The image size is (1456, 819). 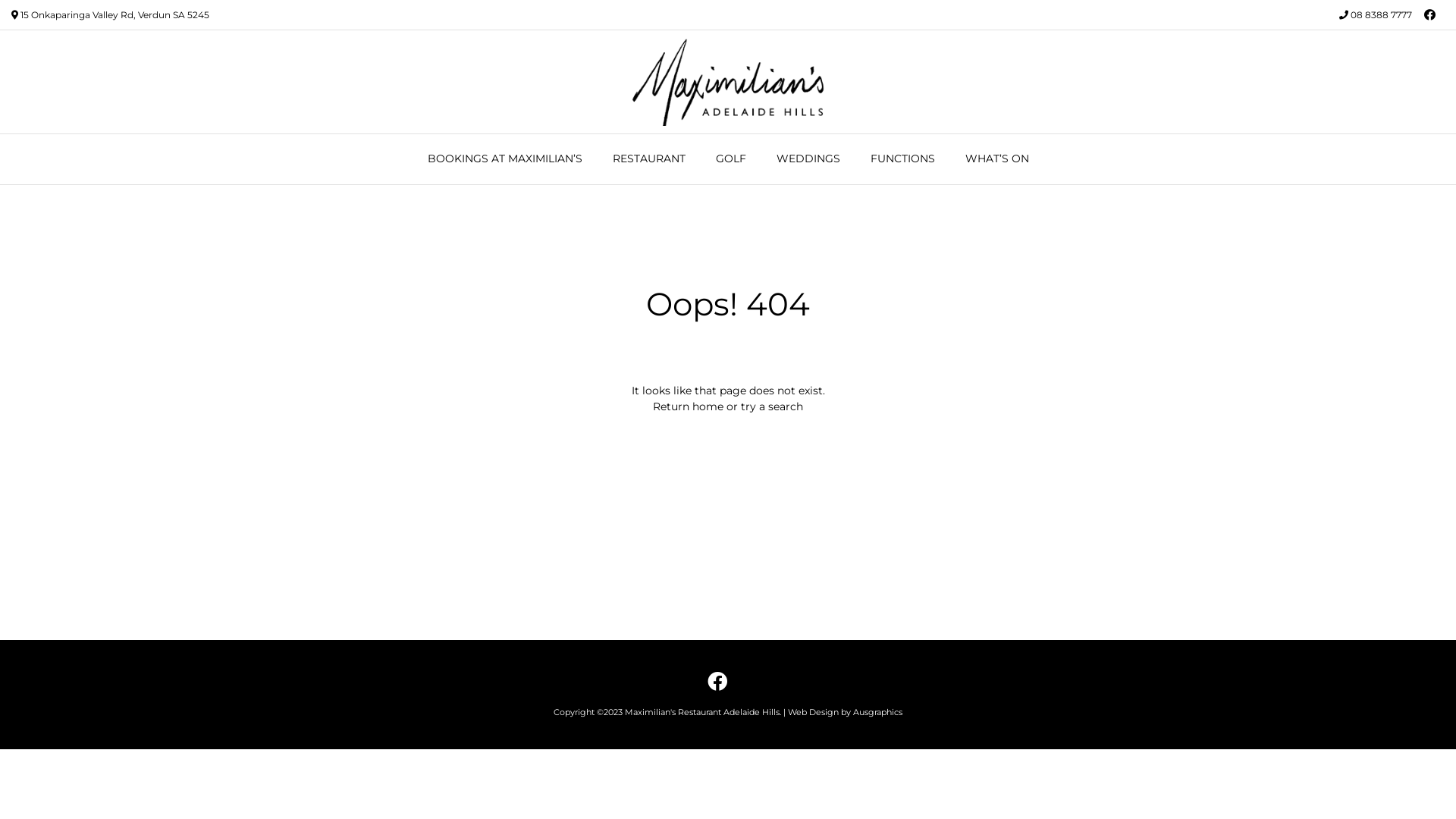 I want to click on 'Ausgraphics', so click(x=877, y=711).